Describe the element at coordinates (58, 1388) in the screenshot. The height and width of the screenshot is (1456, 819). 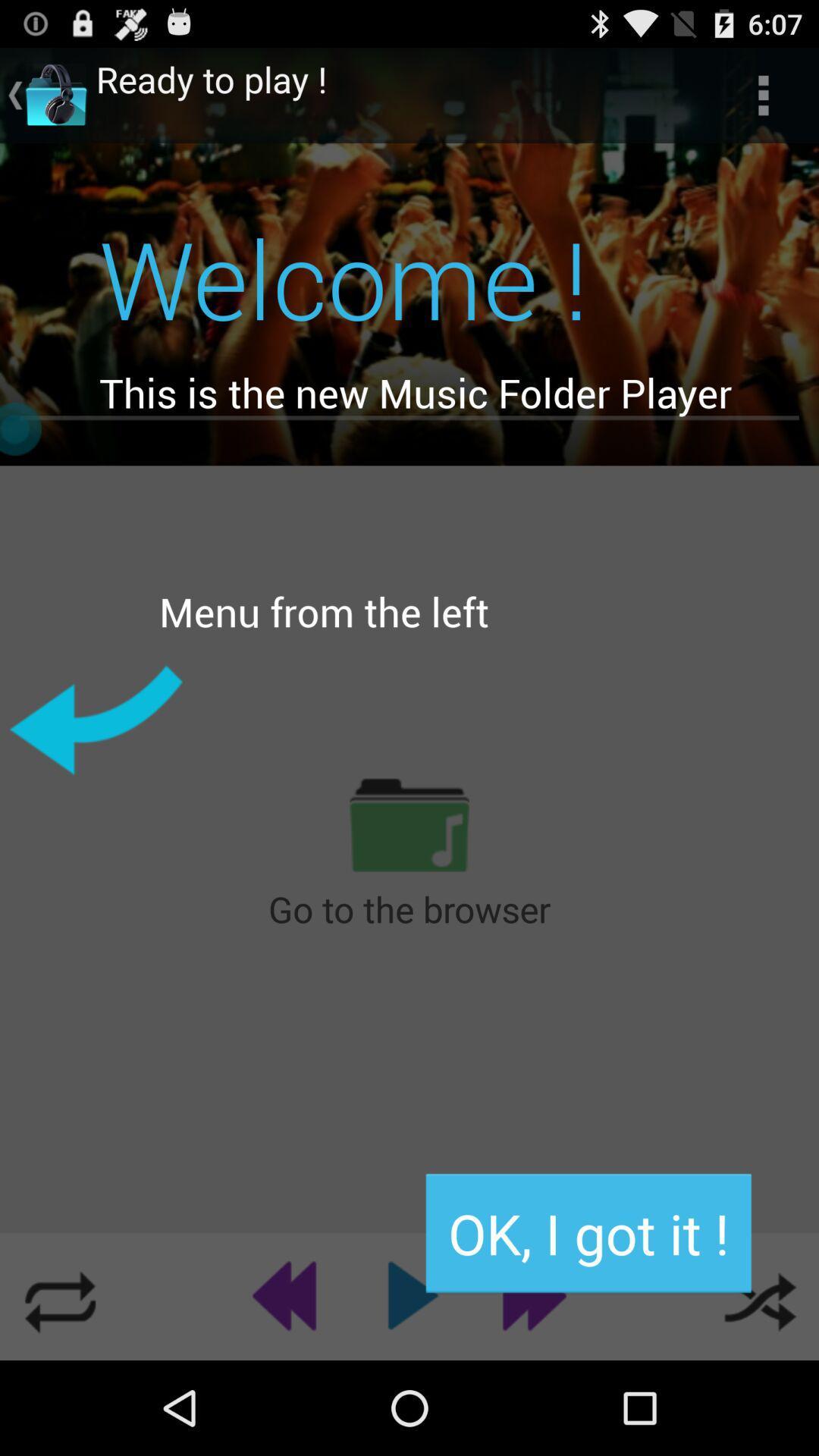
I see `the repeat icon` at that location.